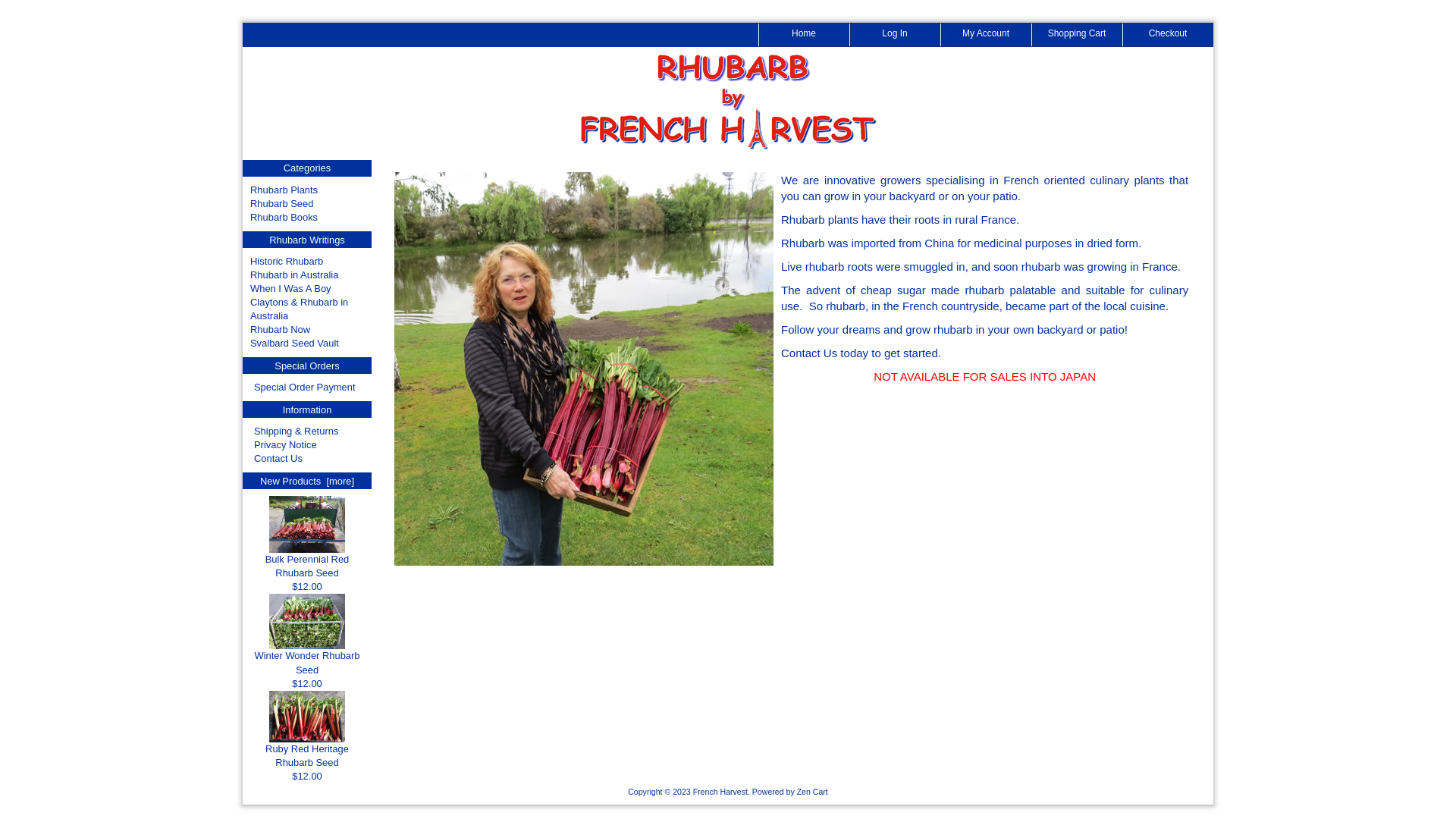 The height and width of the screenshot is (819, 1456). I want to click on 'Contact Us', so click(278, 457).